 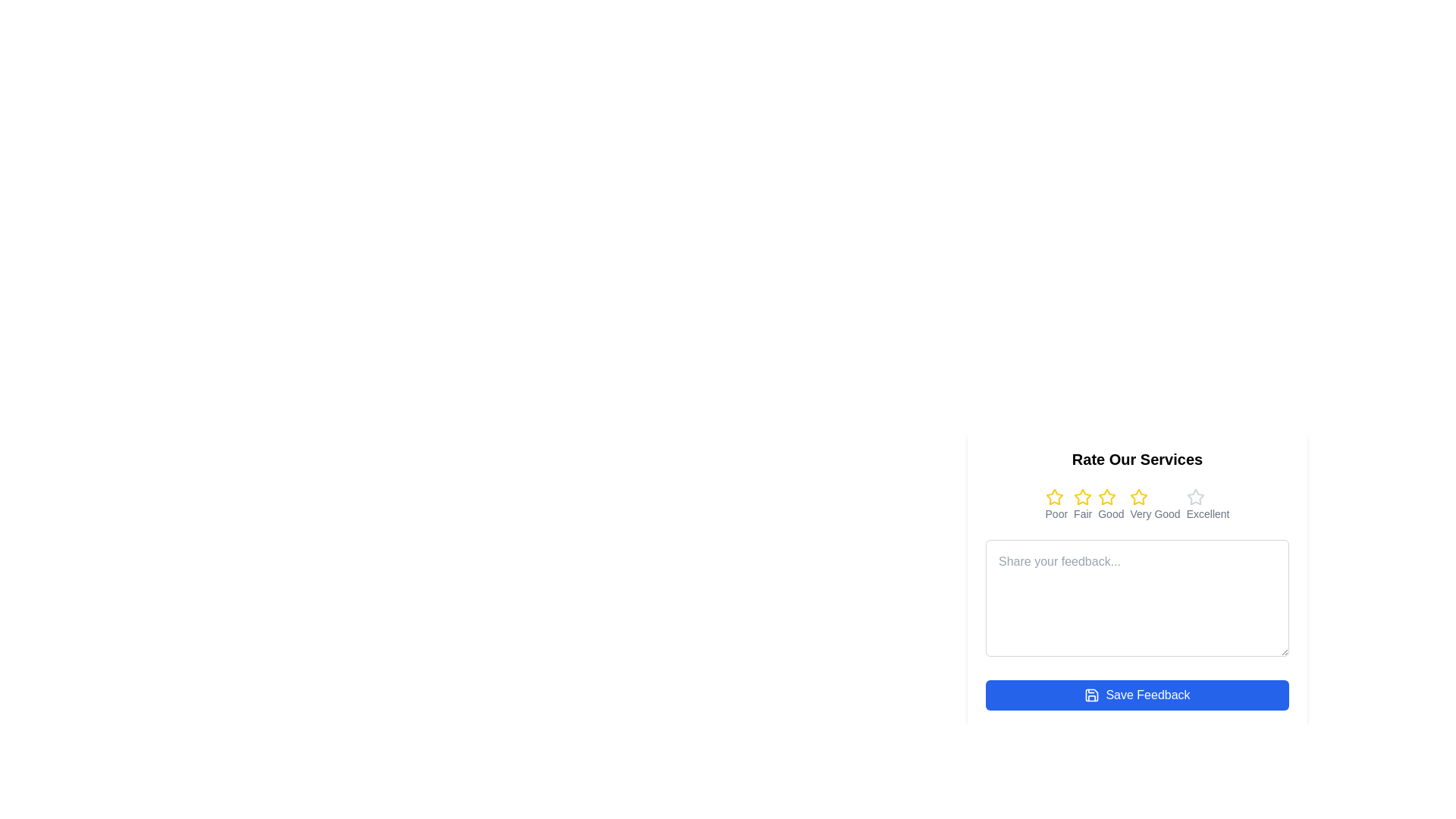 I want to click on the first star icon in the star rating system, which indicates the 'Poor' rating level, so click(x=1053, y=497).